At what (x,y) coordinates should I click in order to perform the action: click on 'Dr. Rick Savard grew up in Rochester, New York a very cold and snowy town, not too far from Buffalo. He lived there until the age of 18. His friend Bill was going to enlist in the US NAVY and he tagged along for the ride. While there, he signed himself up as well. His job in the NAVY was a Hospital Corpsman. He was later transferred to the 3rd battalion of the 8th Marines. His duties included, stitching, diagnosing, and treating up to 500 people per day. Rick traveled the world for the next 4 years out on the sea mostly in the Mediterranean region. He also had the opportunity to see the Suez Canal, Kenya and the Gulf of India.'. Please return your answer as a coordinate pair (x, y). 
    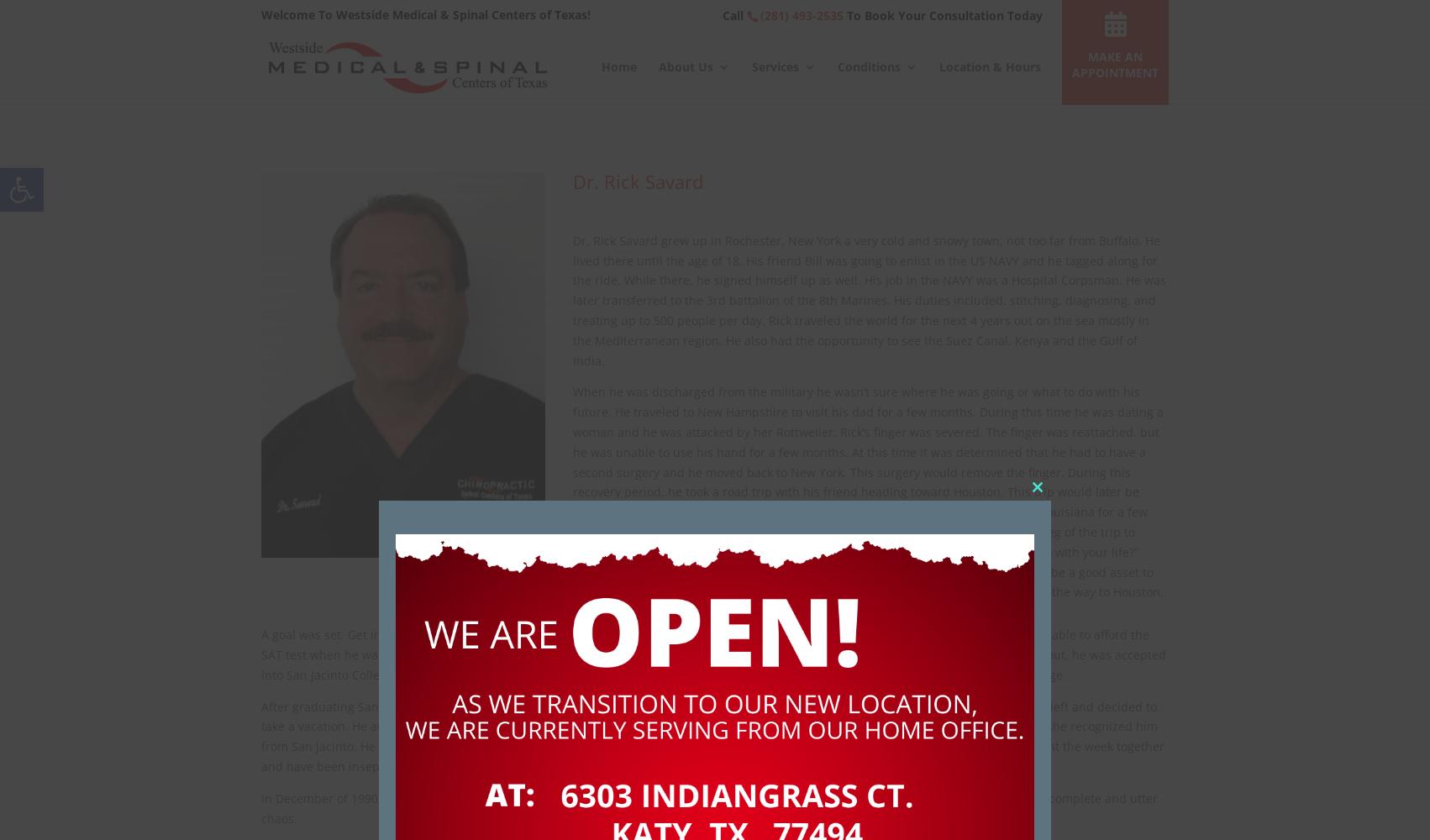
    Looking at the image, I should click on (867, 299).